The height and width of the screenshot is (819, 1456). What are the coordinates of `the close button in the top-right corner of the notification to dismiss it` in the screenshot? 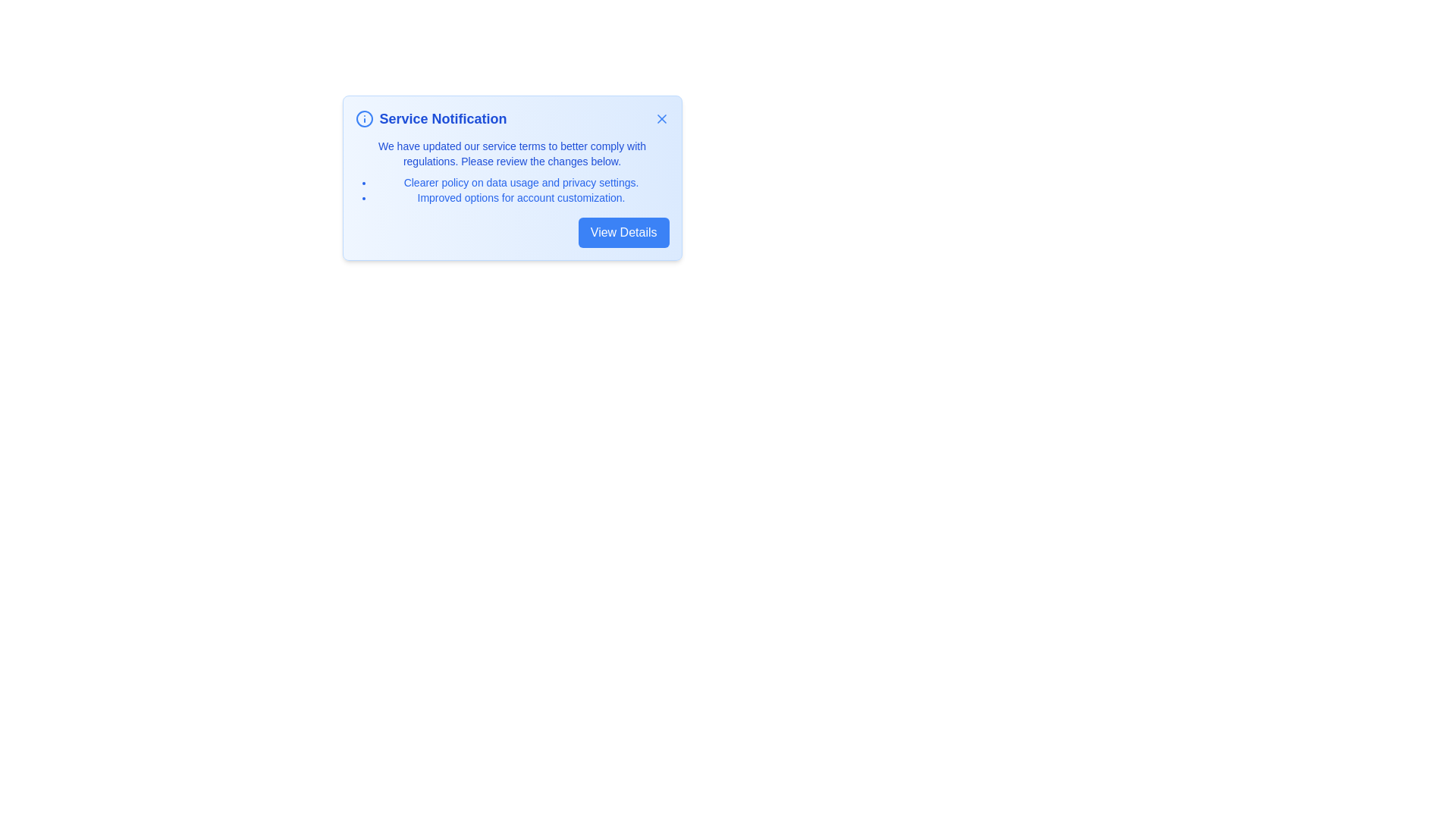 It's located at (661, 118).